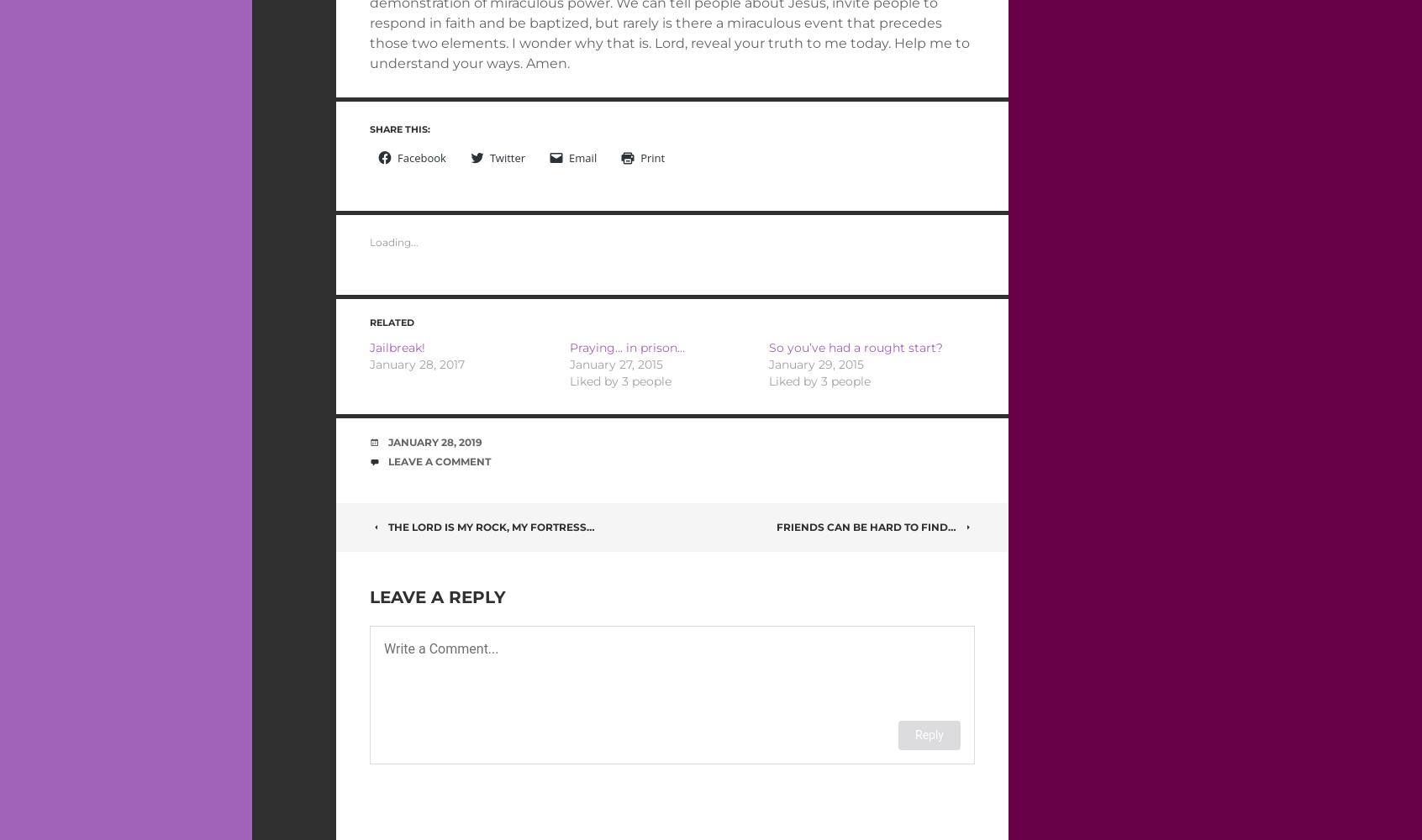  What do you see at coordinates (434, 441) in the screenshot?
I see `'January 28, 2019'` at bounding box center [434, 441].